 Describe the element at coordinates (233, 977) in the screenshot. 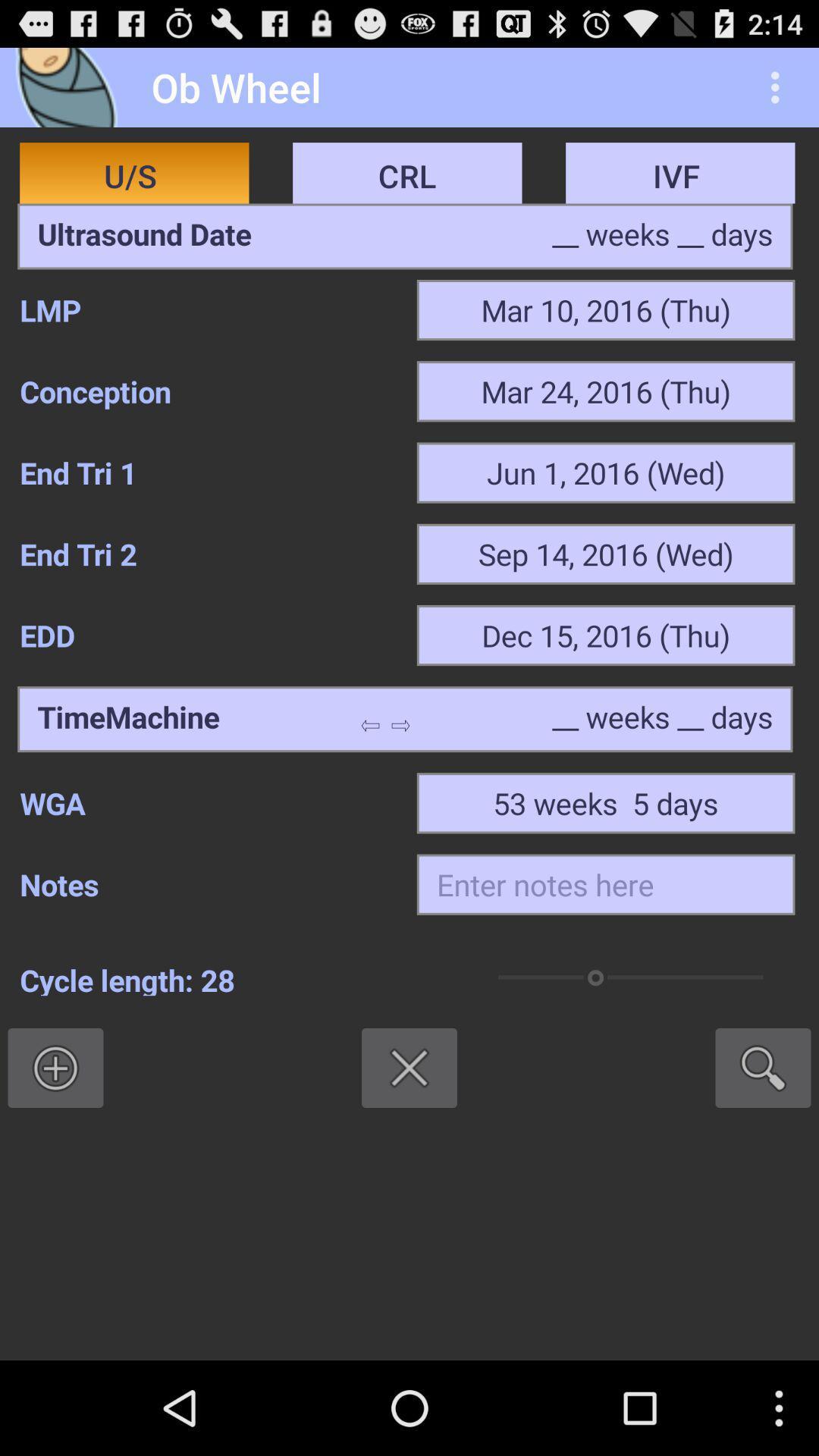

I see `the cycle length: 28 item` at that location.